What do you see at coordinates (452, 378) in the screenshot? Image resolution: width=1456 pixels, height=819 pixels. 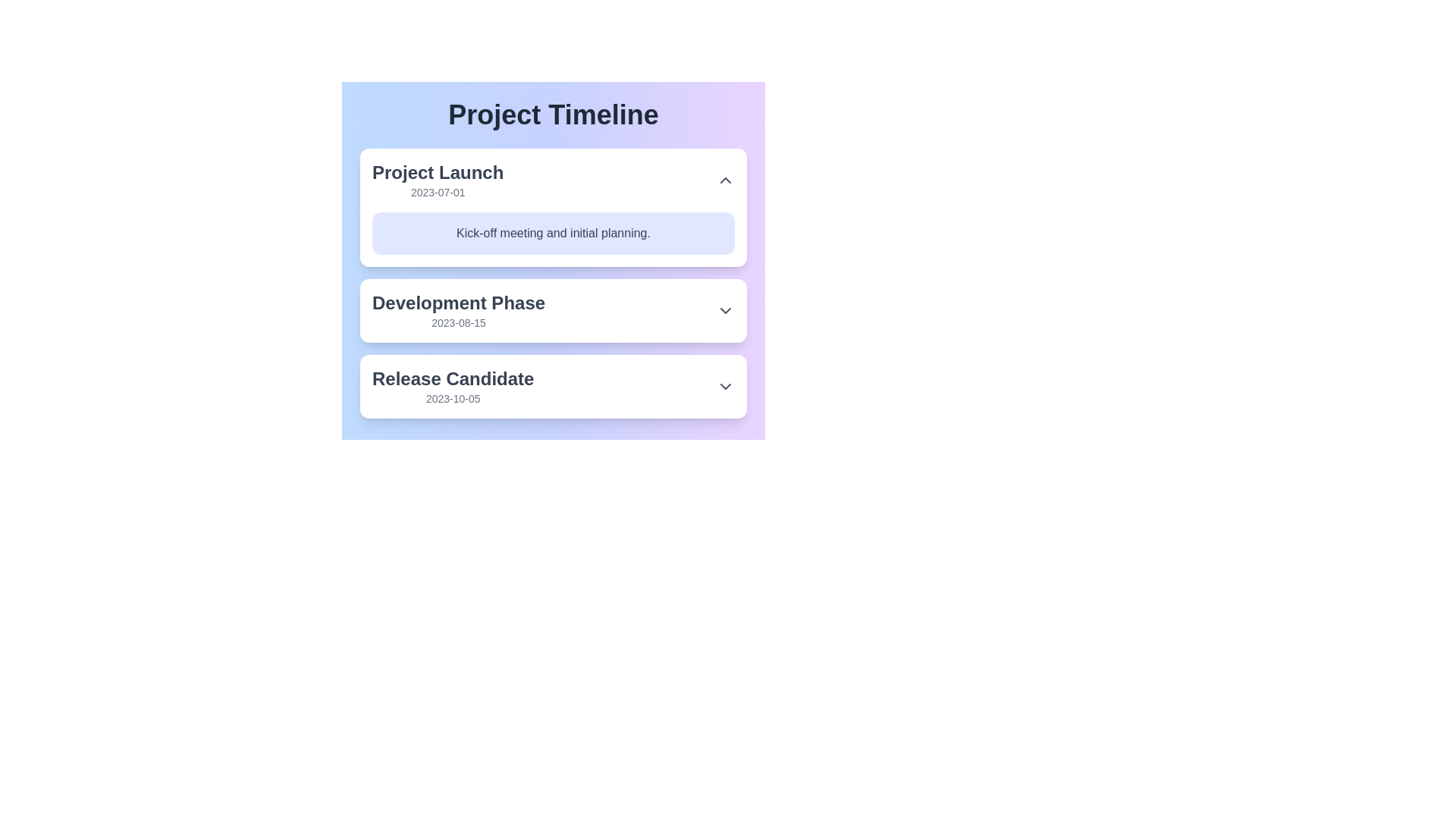 I see `the 'Release Candidate' text label, which is a large, bold, dark gray font element located in the lower section of the 'Project Timeline' list, positioned above the date '2023-10-05'` at bounding box center [452, 378].